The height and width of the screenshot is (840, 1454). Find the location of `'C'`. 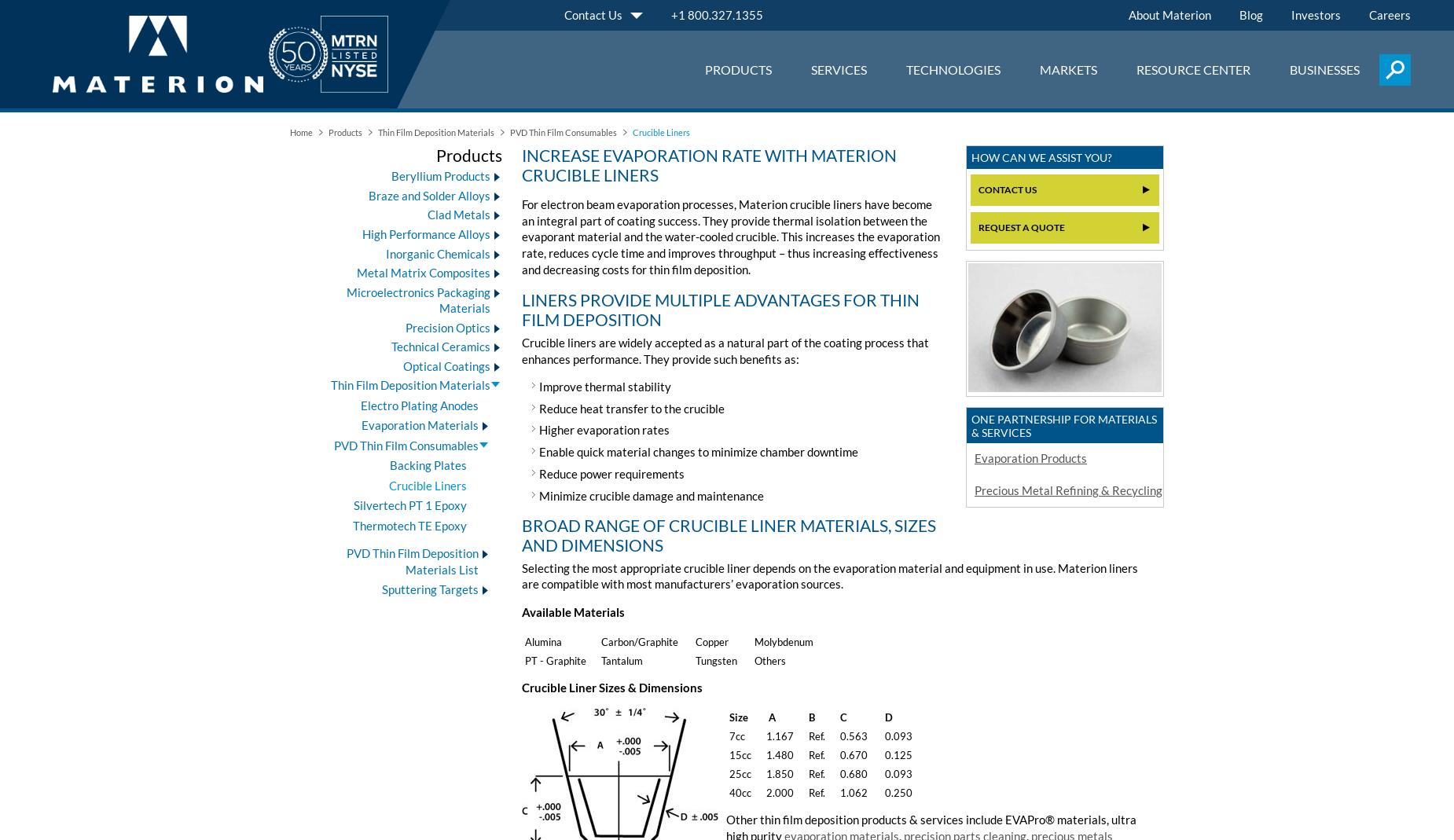

'C' is located at coordinates (844, 715).